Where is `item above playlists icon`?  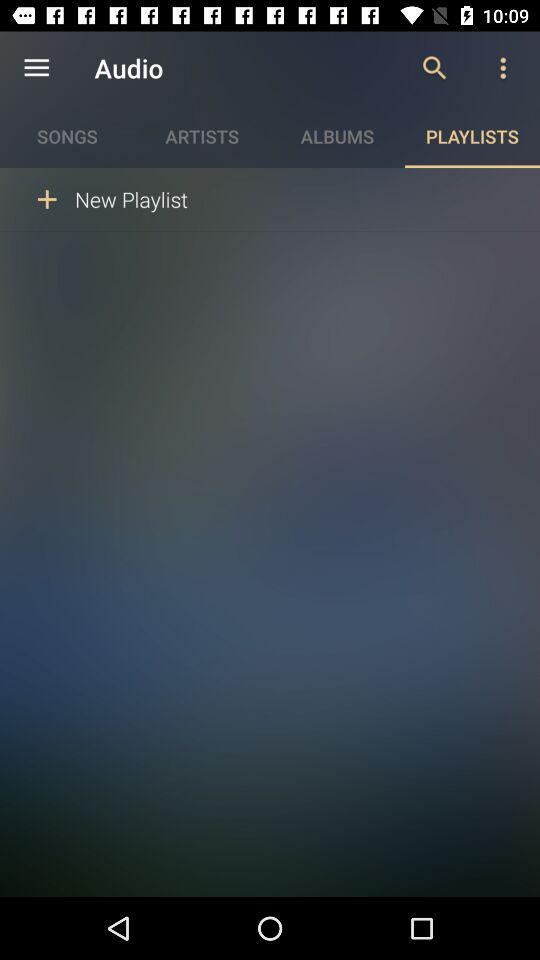
item above playlists icon is located at coordinates (434, 68).